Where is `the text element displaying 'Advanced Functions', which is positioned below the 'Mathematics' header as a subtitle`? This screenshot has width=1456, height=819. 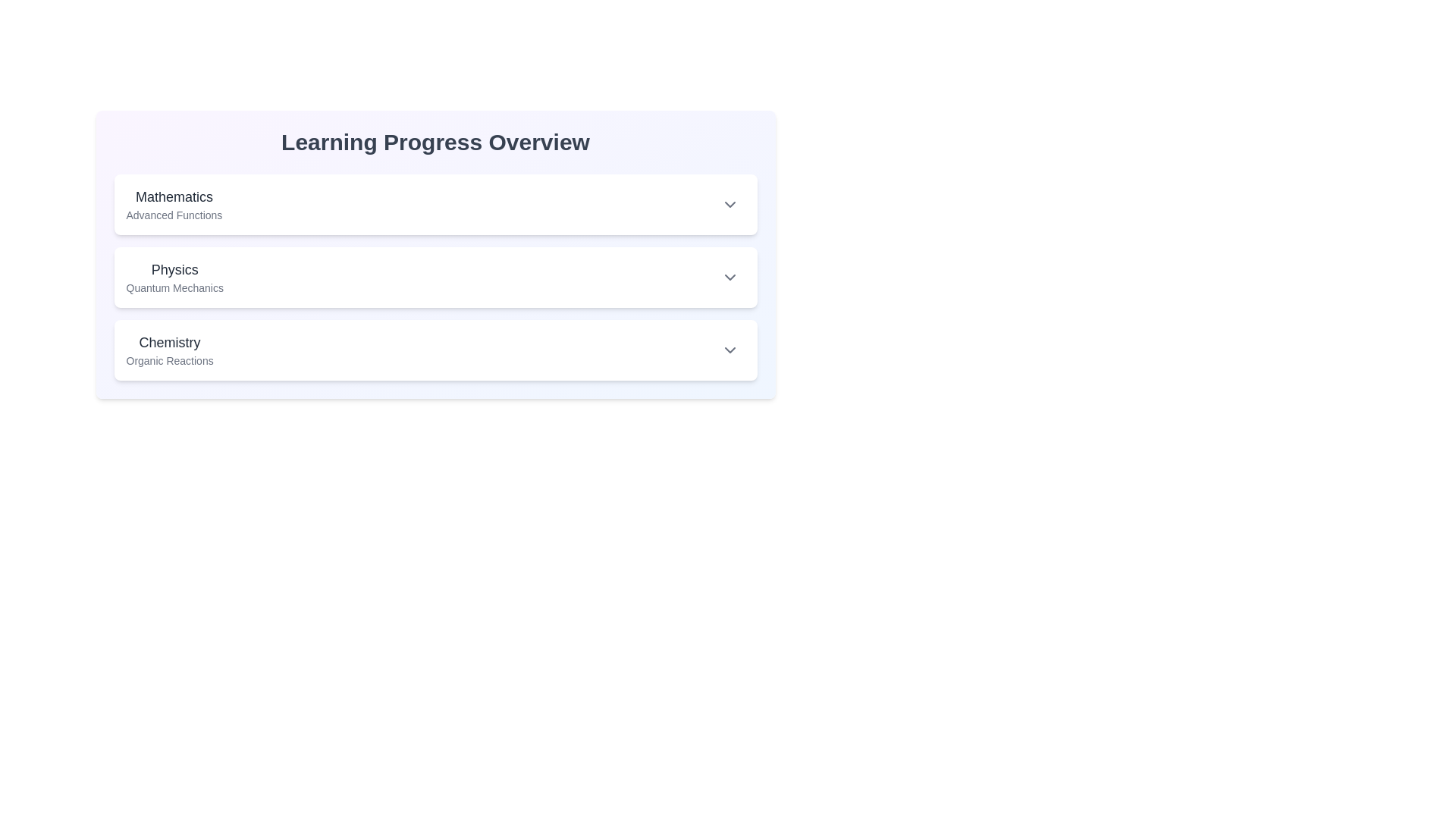
the text element displaying 'Advanced Functions', which is positioned below the 'Mathematics' header as a subtitle is located at coordinates (174, 215).